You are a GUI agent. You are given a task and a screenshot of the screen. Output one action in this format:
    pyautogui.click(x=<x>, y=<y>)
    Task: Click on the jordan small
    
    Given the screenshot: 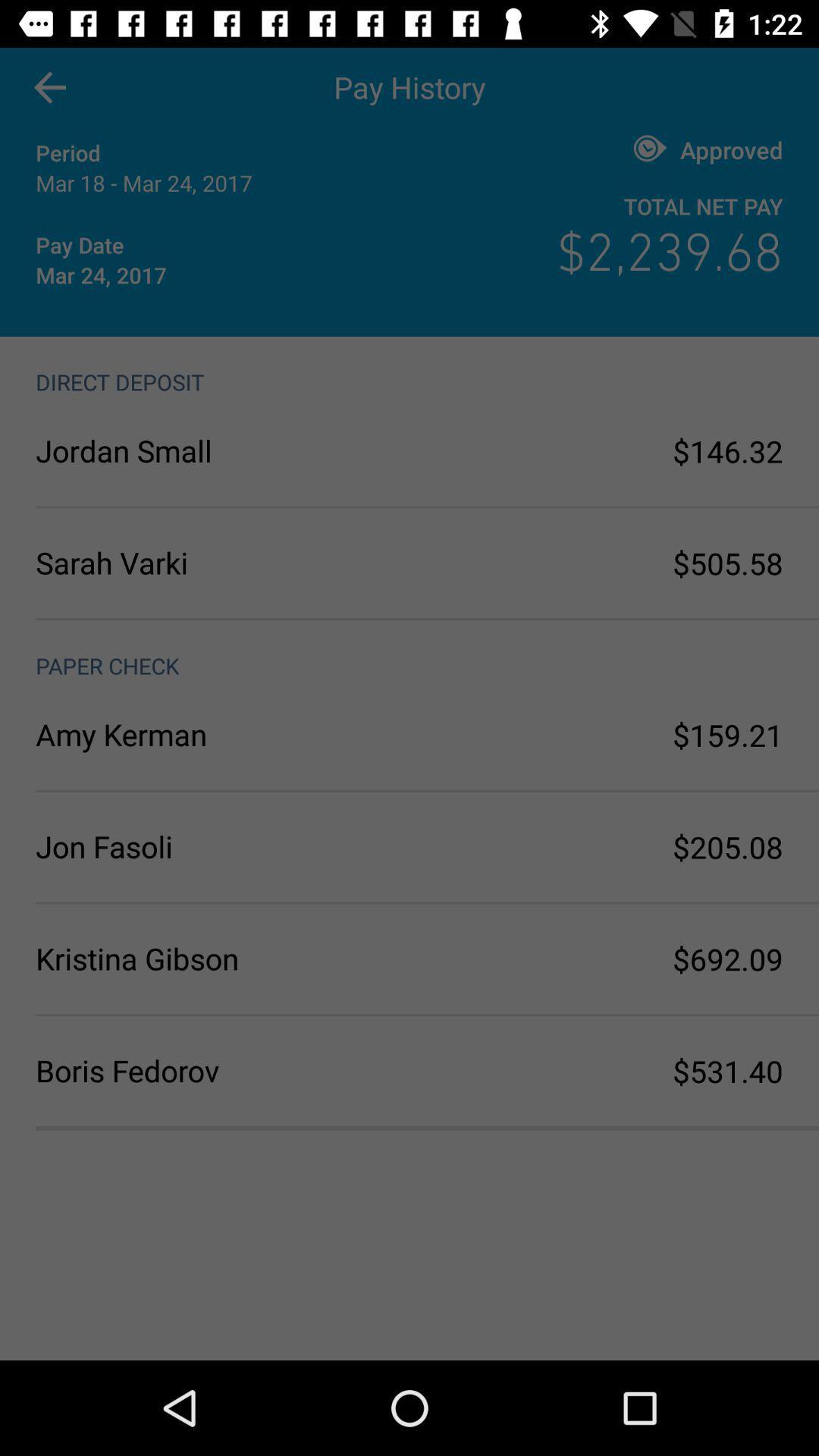 What is the action you would take?
    pyautogui.click(x=222, y=450)
    